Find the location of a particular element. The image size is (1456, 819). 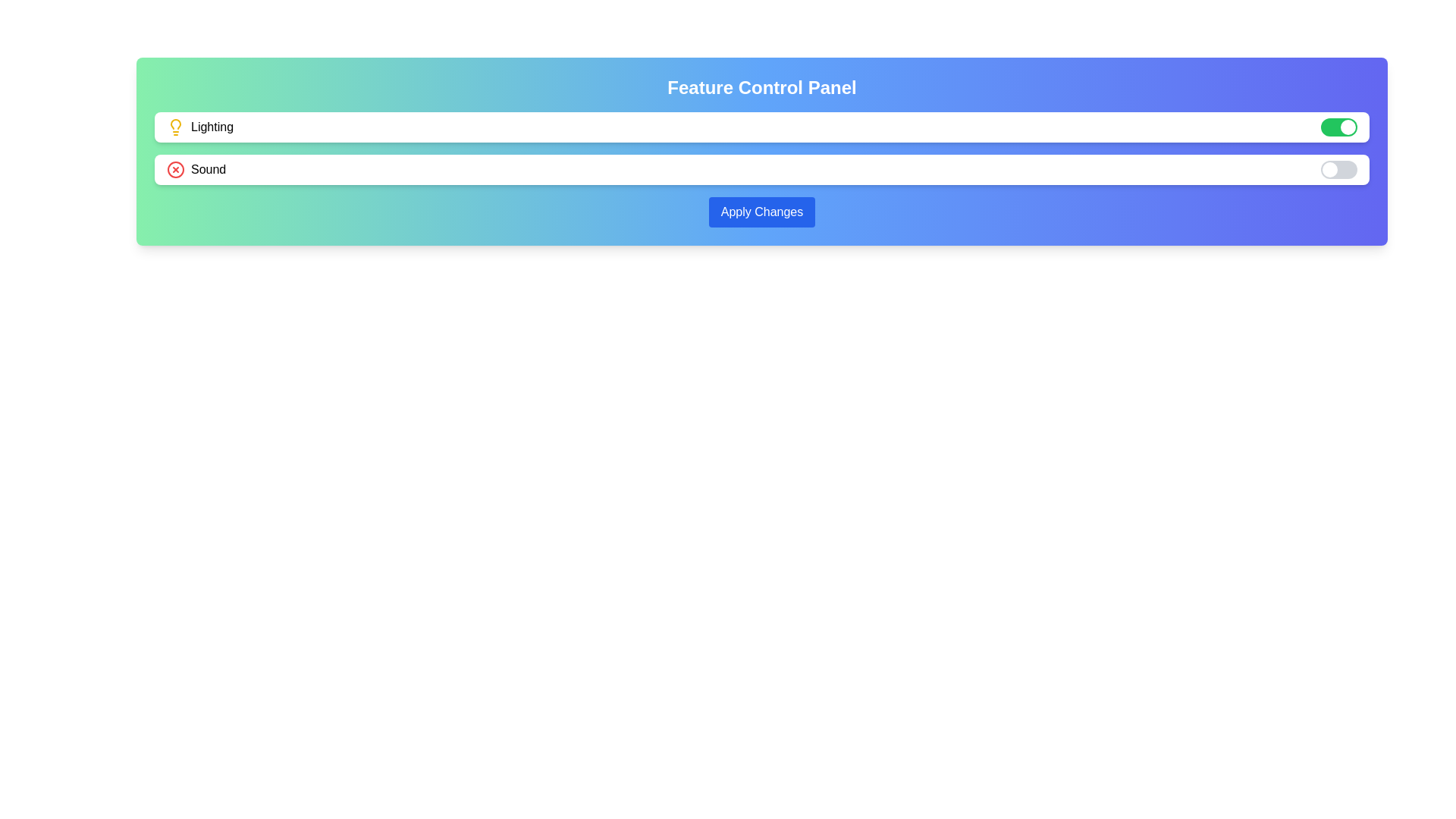

the part of the SVG graphical icon associated with the 'Sound' control toggle, which is located in the second row of the control panel next to the text 'Sound' is located at coordinates (175, 169).